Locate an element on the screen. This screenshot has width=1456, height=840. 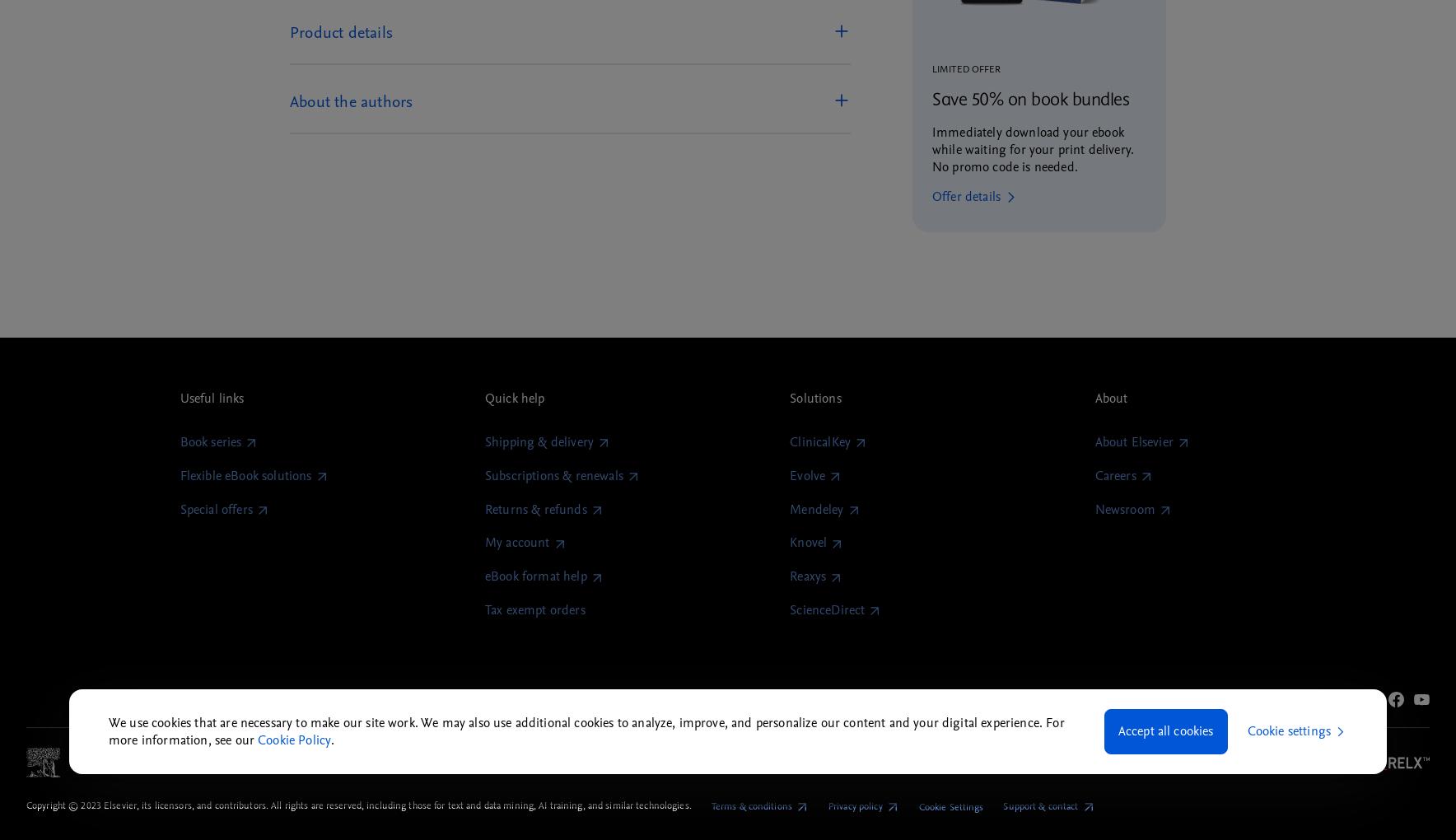
'Copyright © 2023 Elsevier, its licensors, and contributors. All rights are reserved, including those for text and data mining, AI training, and similar technologies.' is located at coordinates (358, 803).